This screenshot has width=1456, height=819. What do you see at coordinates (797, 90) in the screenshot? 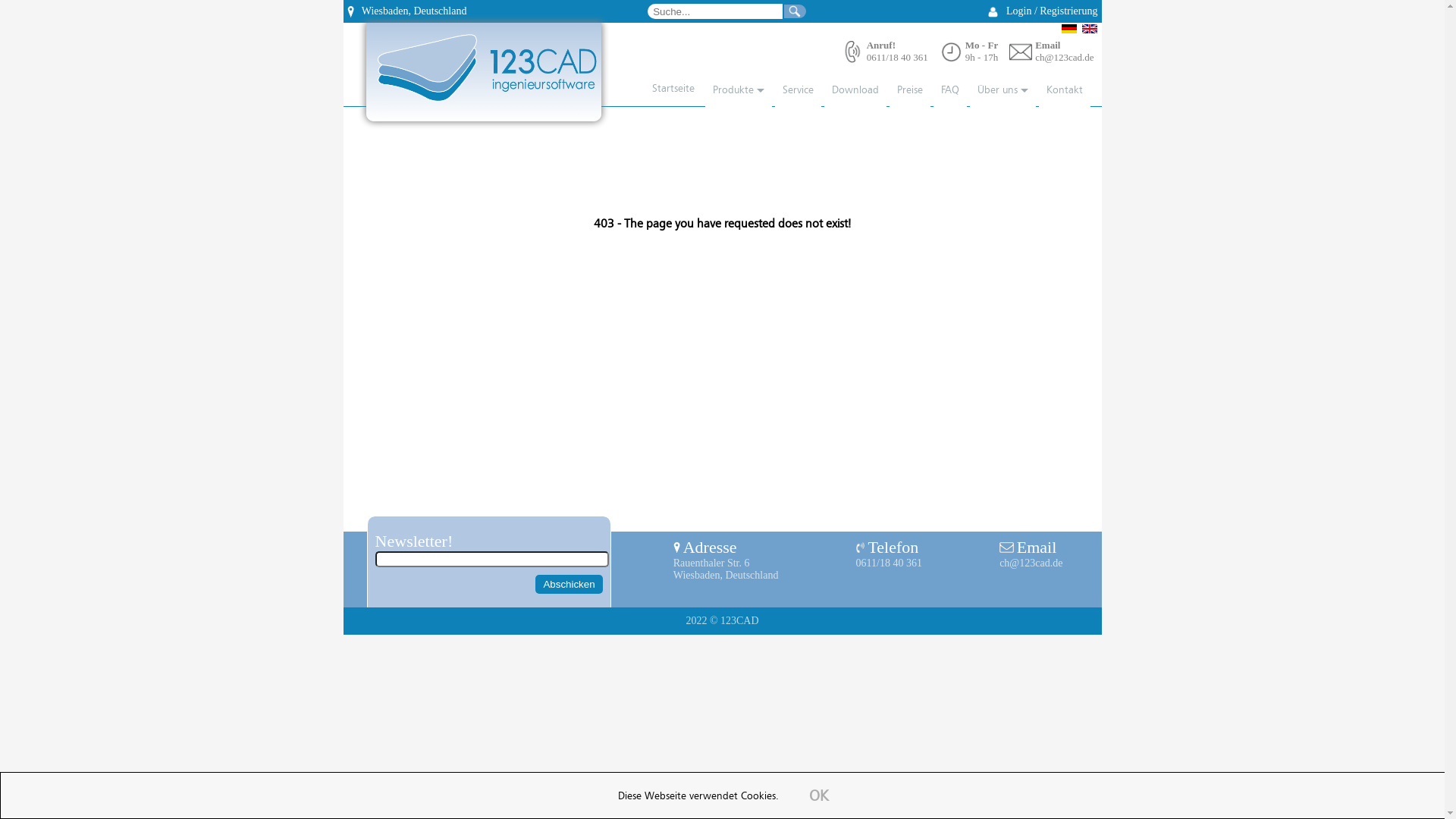
I see `'Service'` at bounding box center [797, 90].